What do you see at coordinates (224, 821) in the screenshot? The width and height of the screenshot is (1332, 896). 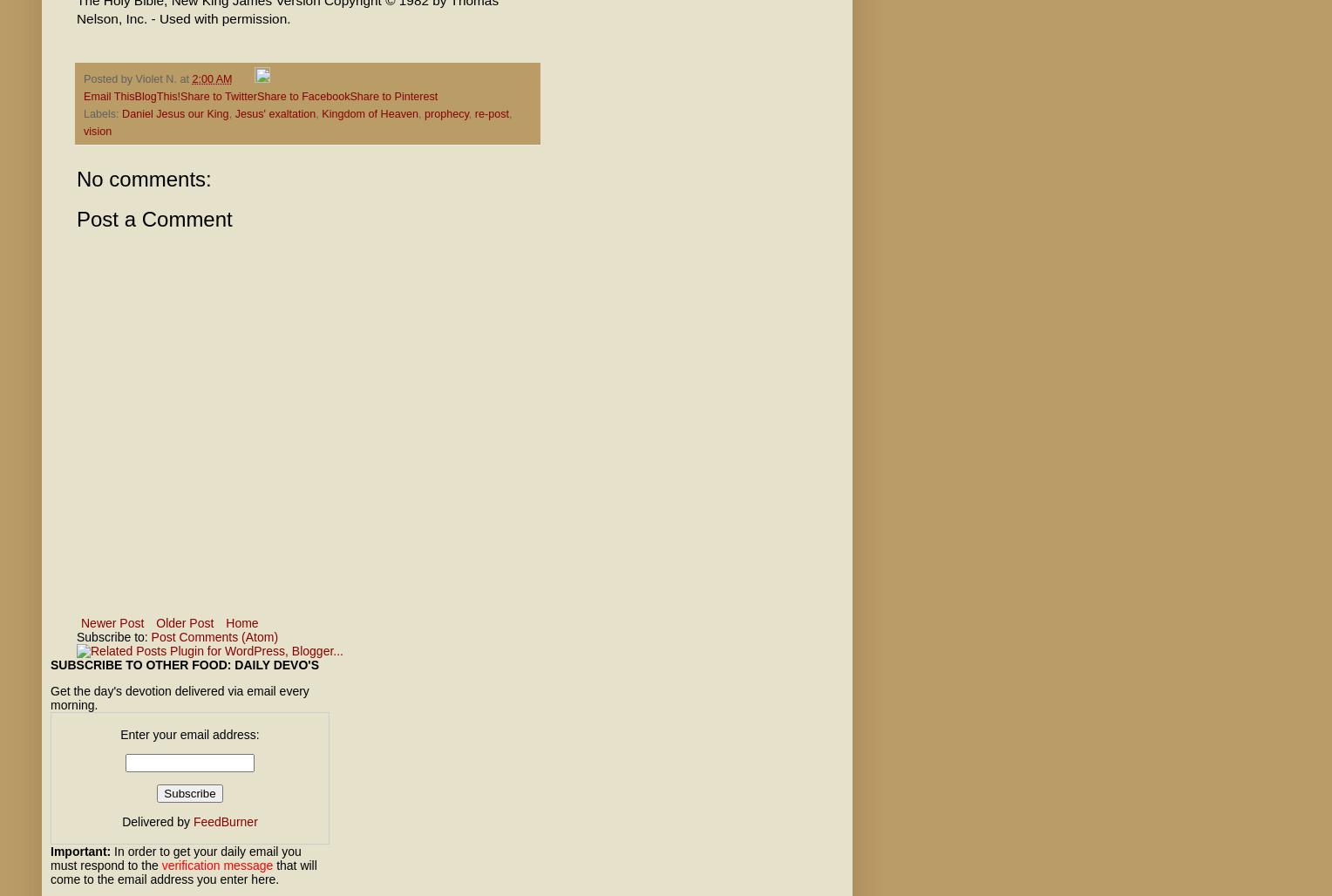 I see `'FeedBurner'` at bounding box center [224, 821].